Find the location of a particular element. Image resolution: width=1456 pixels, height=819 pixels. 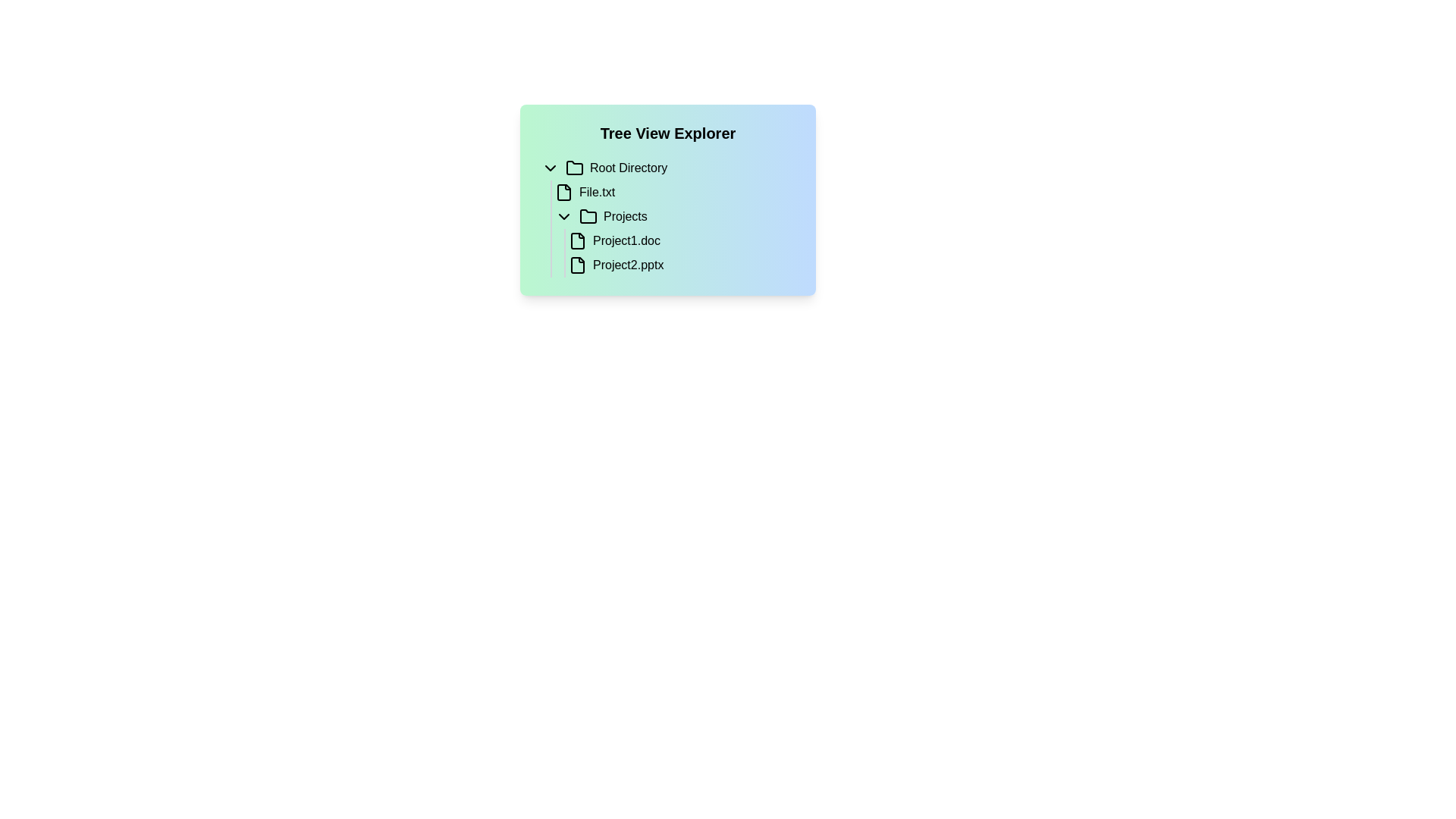

the small rectangular folder icon outlined in black, which is positioned to the left of the text 'Projects' and to the right of the downward chevron icon is located at coordinates (588, 216).